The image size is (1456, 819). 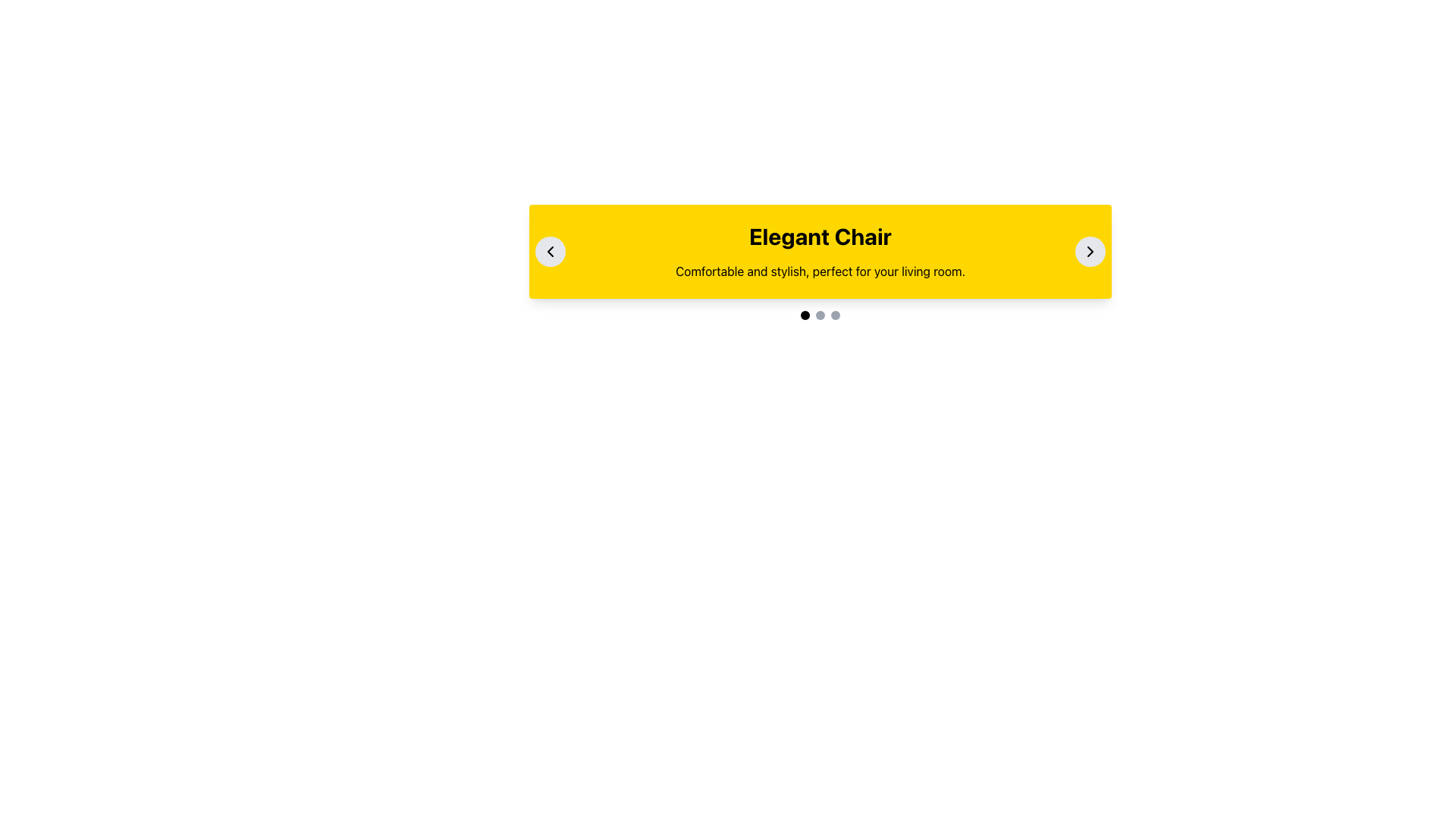 I want to click on the first Carousel Indicator Dot located below the highlighted text 'Elegant Chair', so click(x=804, y=315).